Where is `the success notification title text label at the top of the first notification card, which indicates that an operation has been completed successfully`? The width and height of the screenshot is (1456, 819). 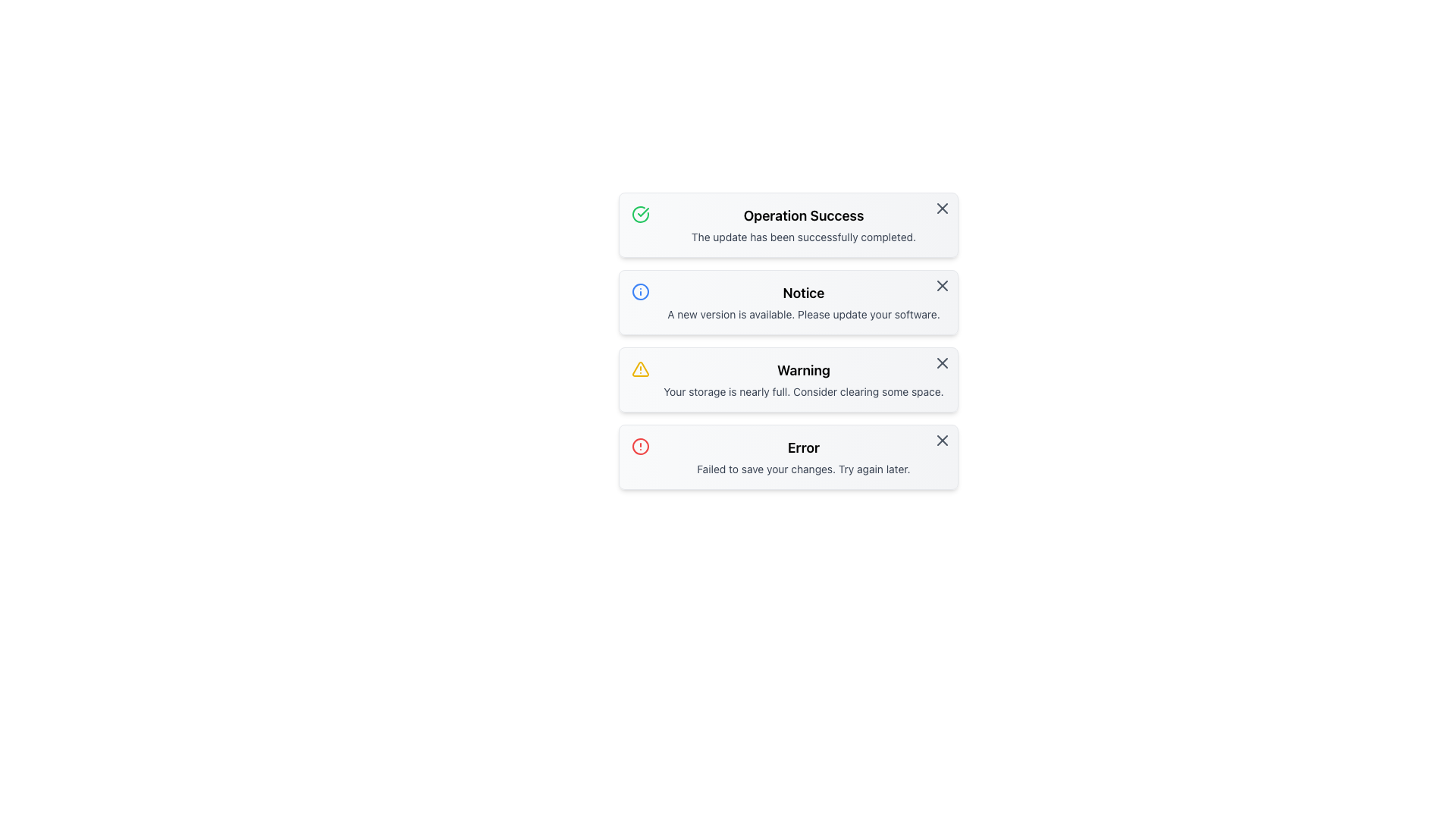 the success notification title text label at the top of the first notification card, which indicates that an operation has been completed successfully is located at coordinates (803, 216).